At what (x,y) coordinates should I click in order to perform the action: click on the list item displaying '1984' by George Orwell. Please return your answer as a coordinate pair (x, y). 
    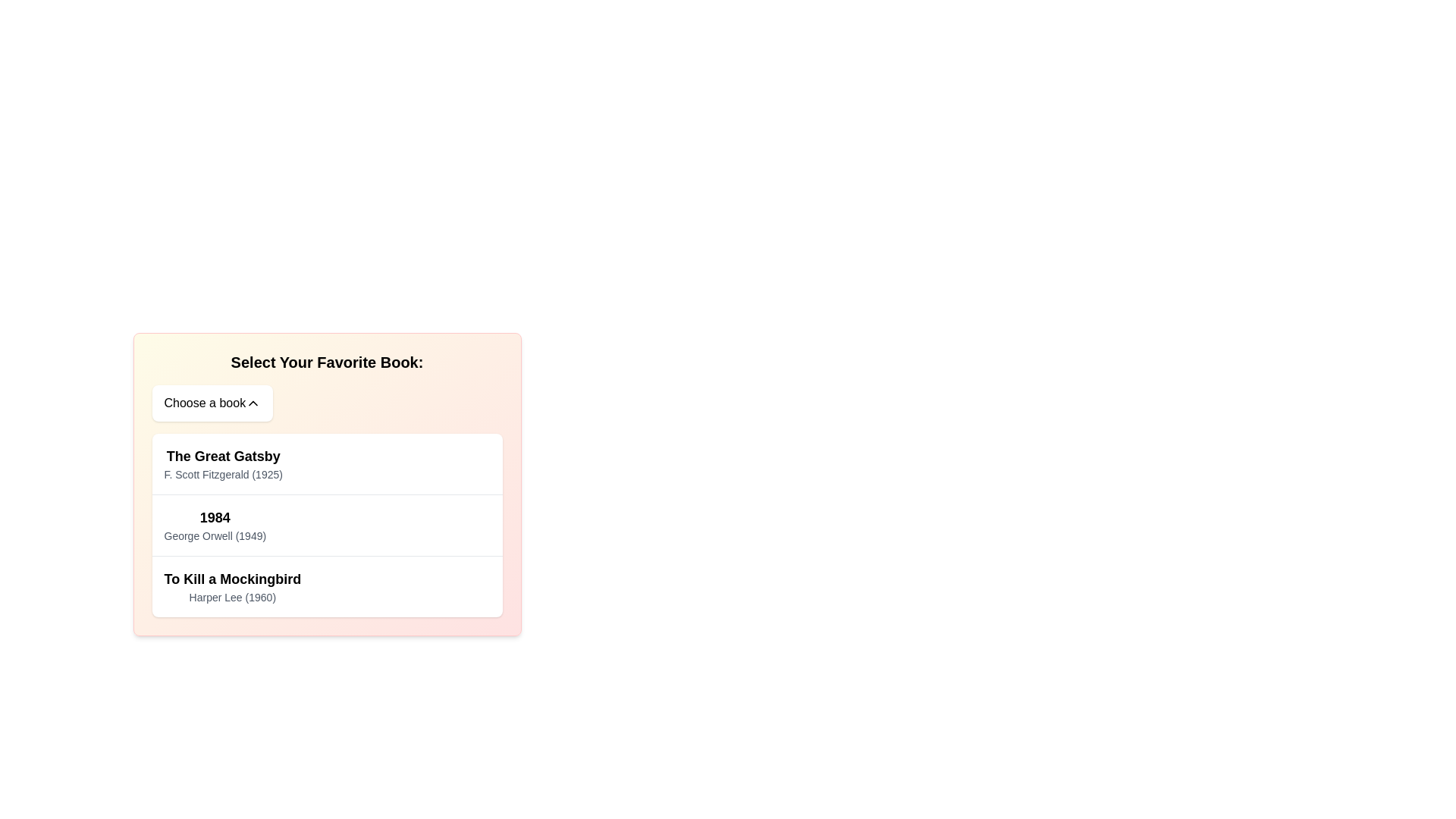
    Looking at the image, I should click on (214, 525).